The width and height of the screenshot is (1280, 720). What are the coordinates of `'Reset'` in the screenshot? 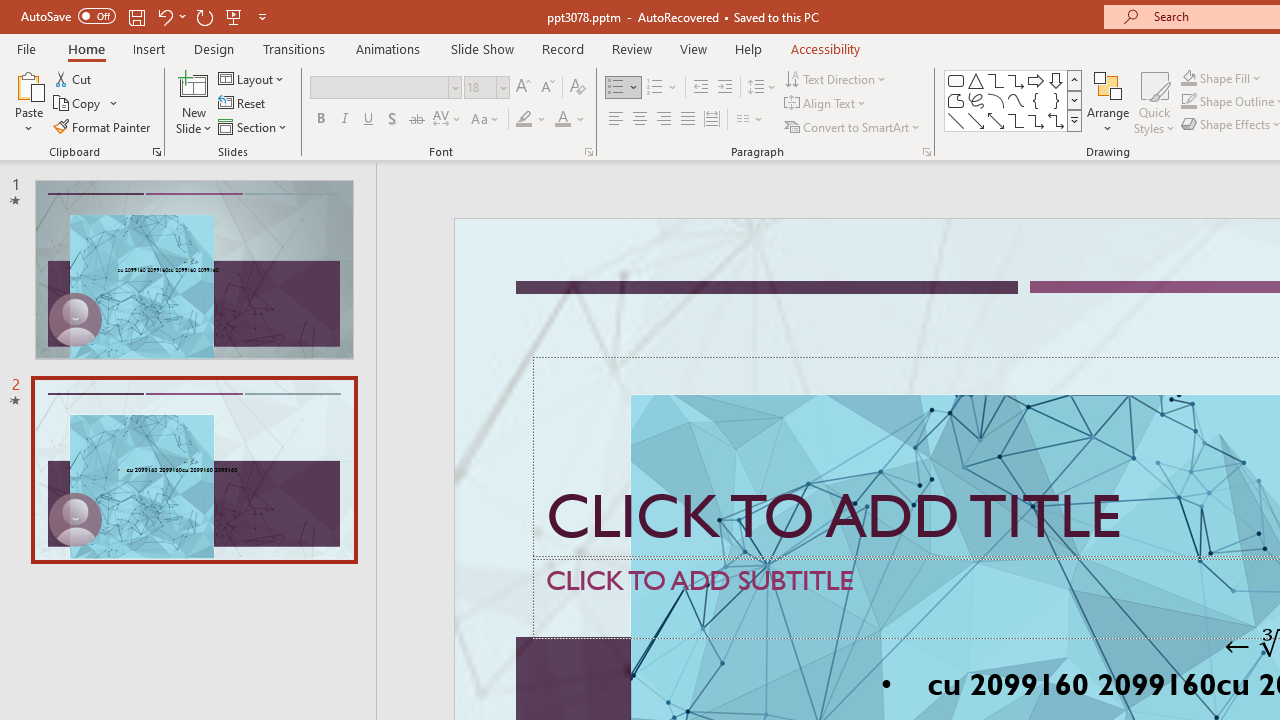 It's located at (242, 103).